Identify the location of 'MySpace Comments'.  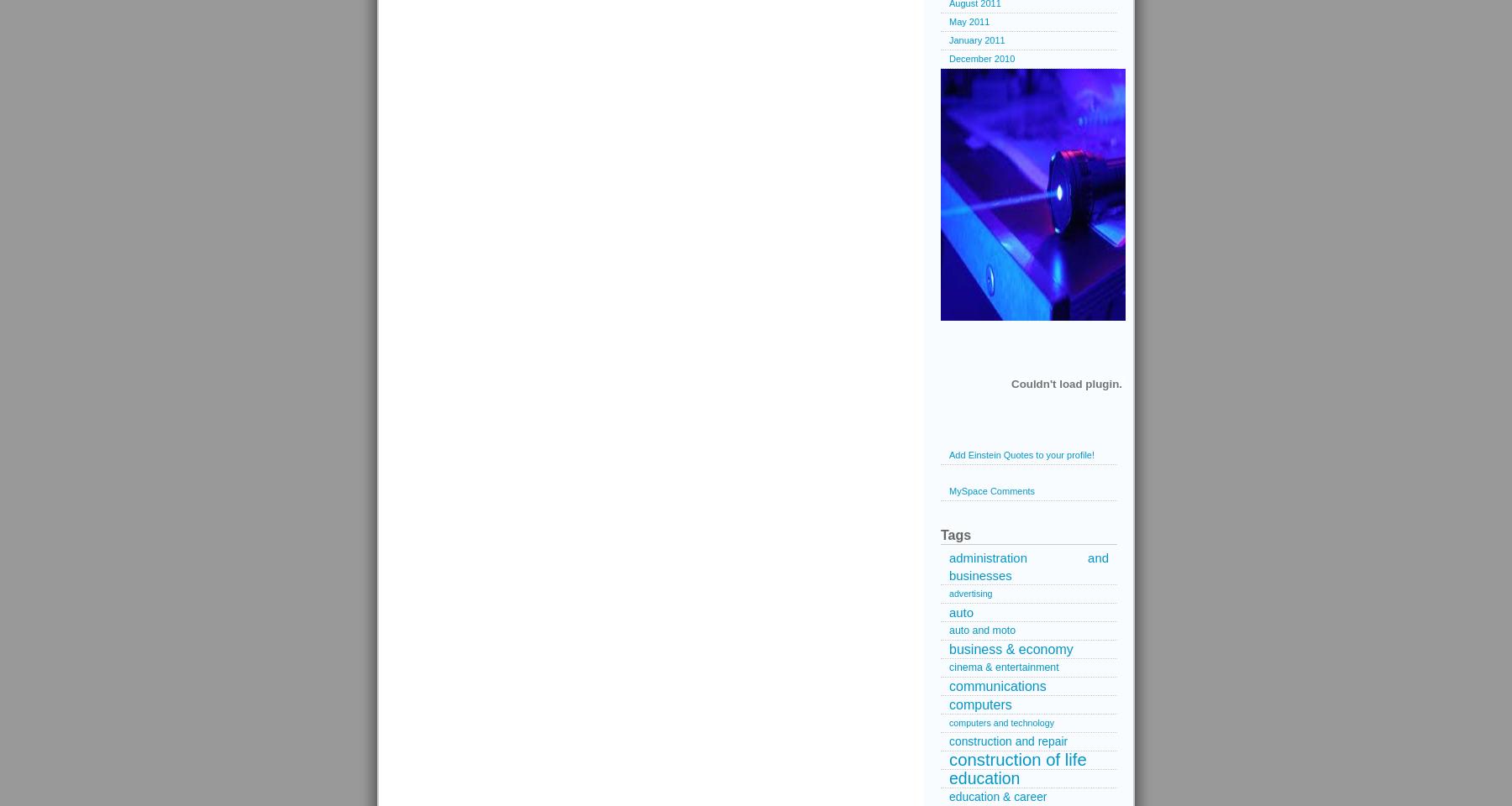
(990, 491).